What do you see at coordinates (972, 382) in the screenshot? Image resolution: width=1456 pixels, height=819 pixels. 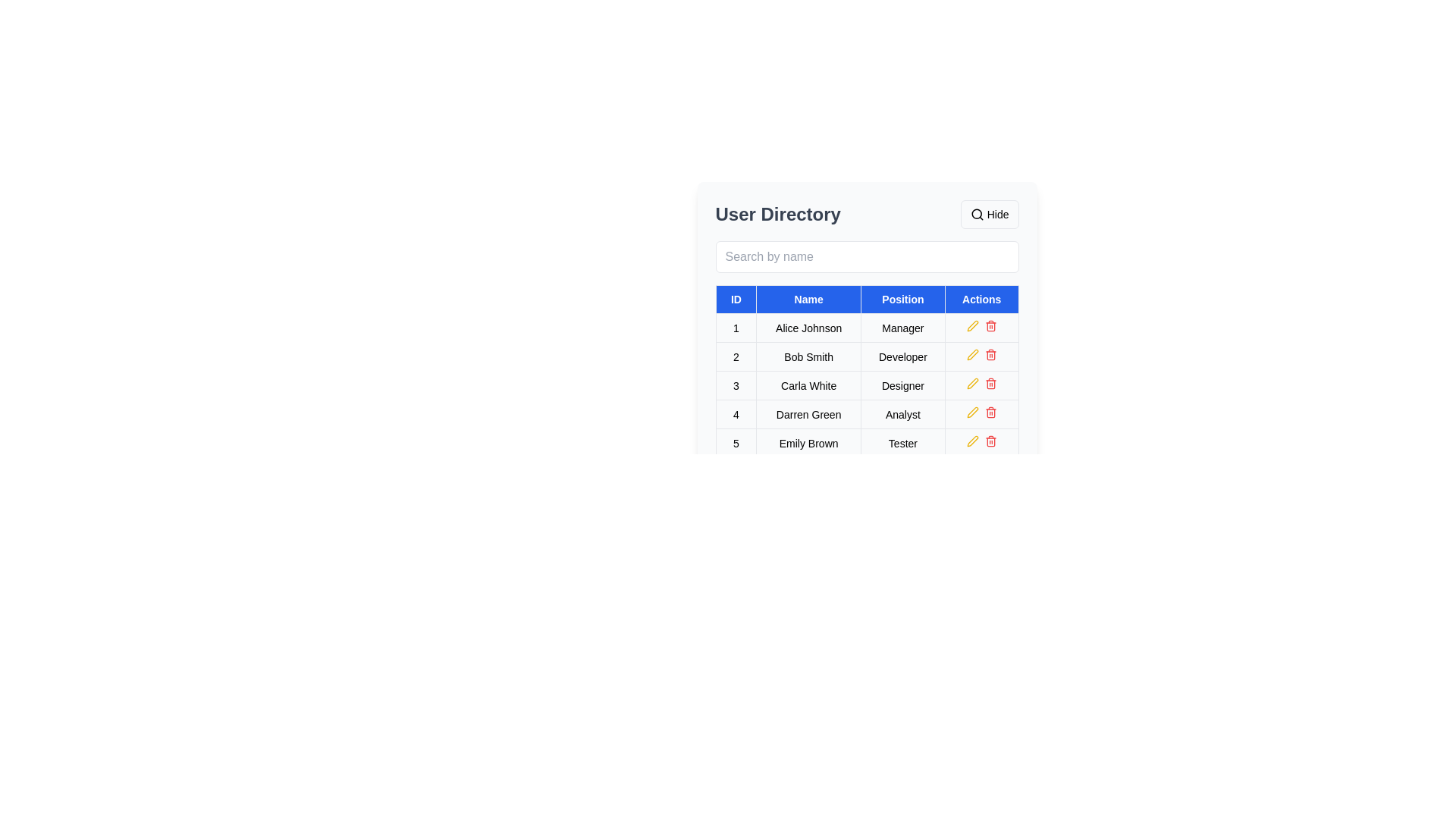 I see `the edit button (pen icon) in the Actions column of the table row for the user Carla White to initiate editing` at bounding box center [972, 382].